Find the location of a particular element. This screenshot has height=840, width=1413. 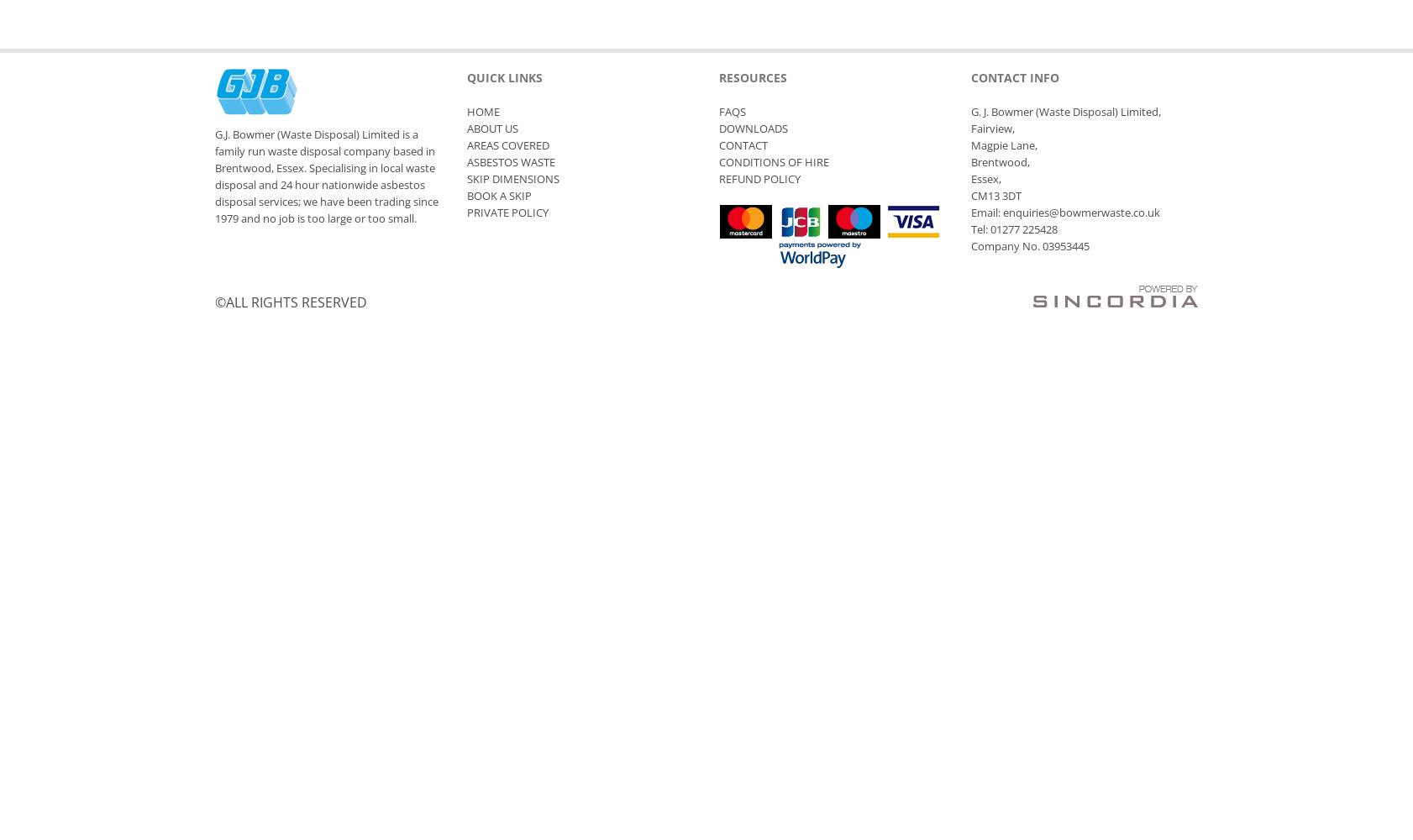

'Refund Policy' is located at coordinates (759, 178).